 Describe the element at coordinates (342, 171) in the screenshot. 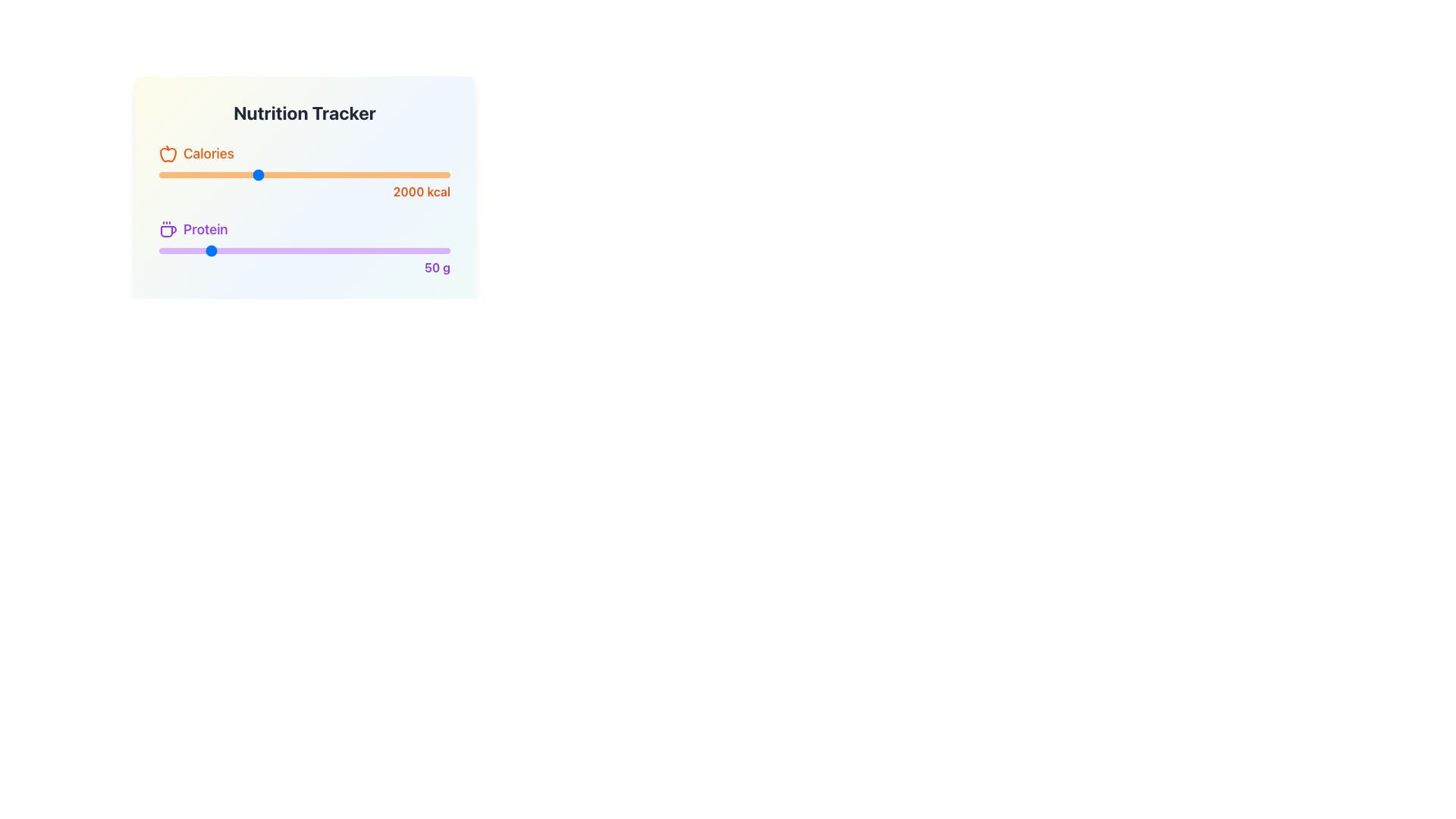

I see `calorie intake` at that location.